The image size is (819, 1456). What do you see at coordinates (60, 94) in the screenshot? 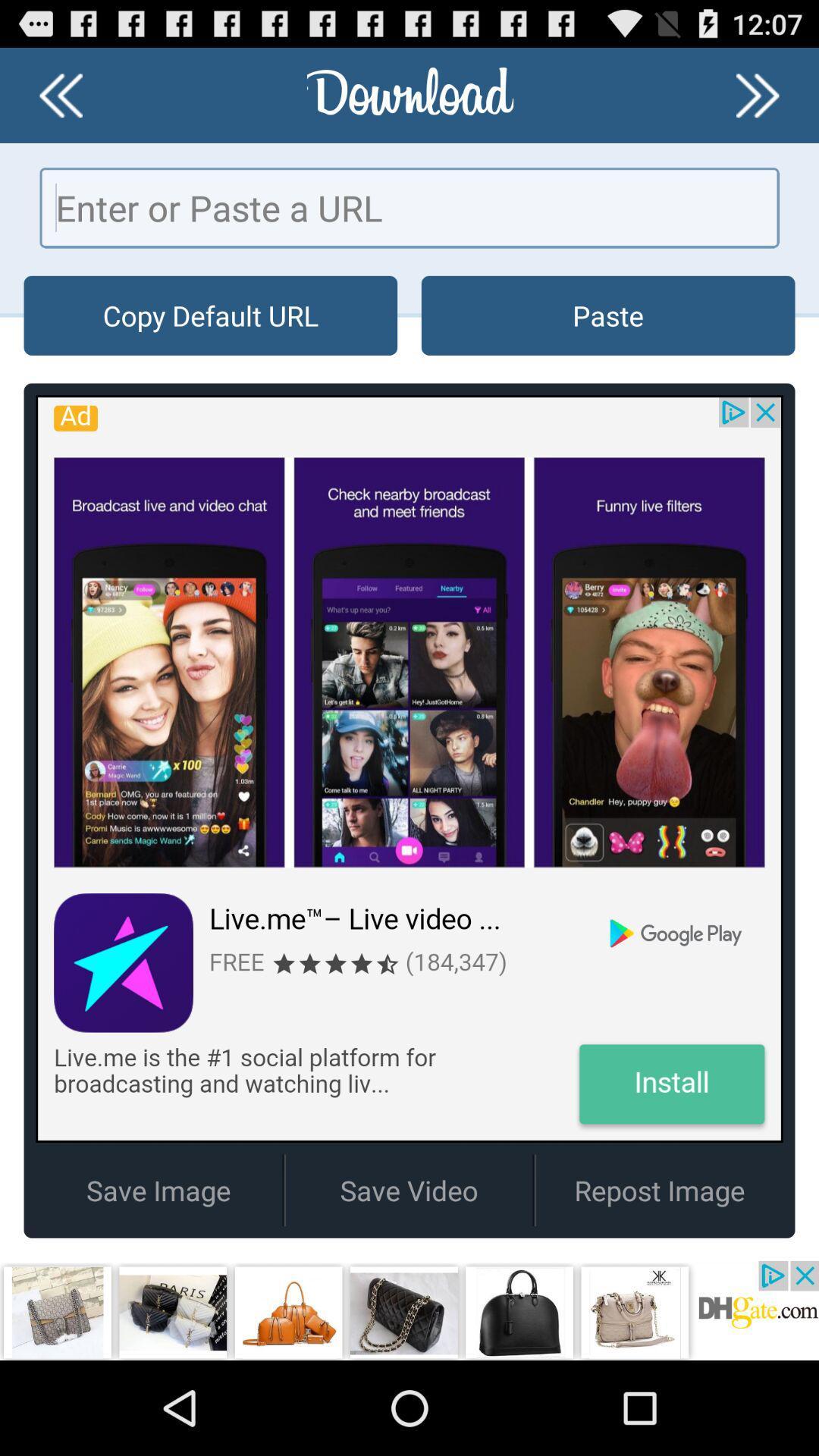
I see `fair ward` at bounding box center [60, 94].